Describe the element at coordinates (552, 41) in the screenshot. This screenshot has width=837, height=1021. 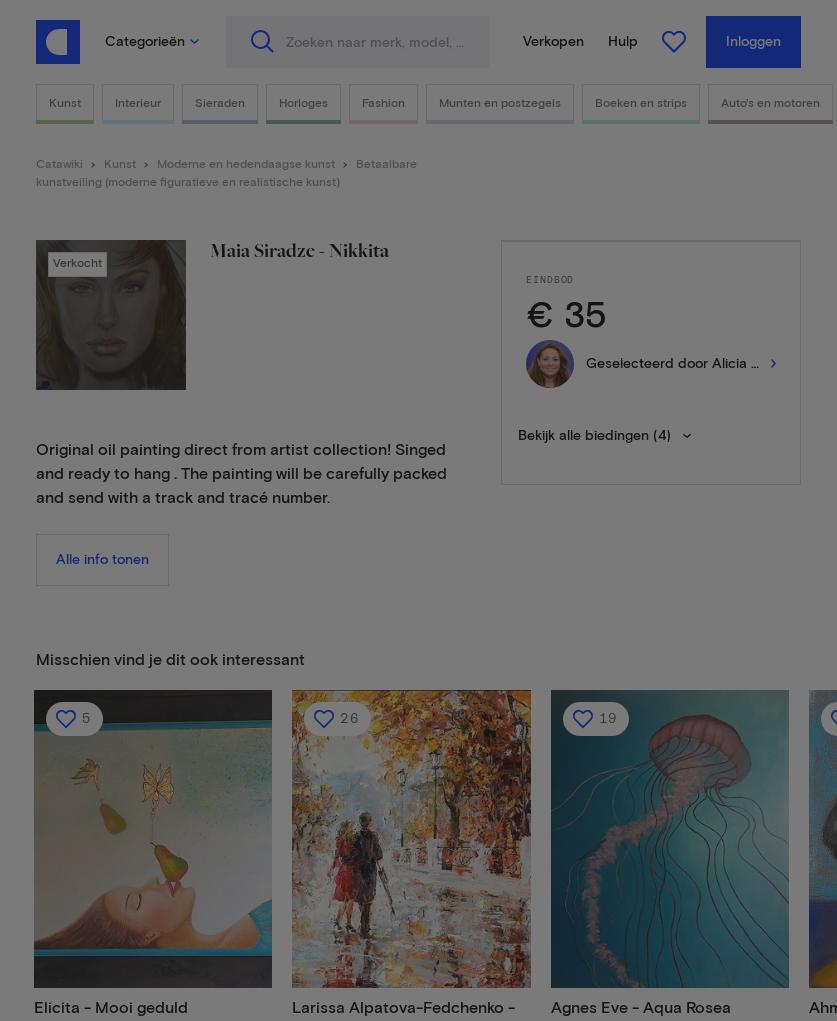
I see `'Verkopen'` at that location.